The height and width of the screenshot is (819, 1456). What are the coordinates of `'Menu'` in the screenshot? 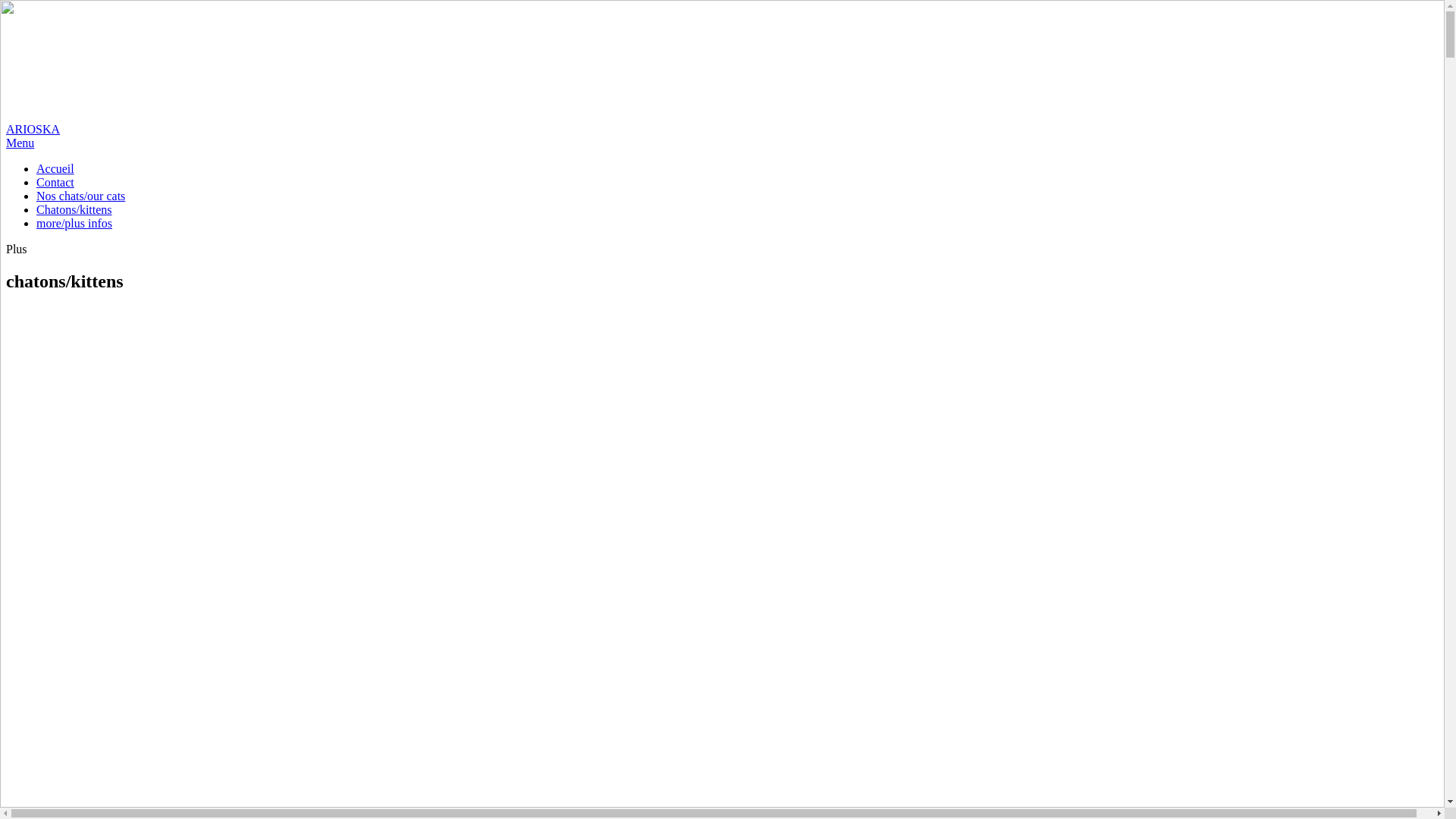 It's located at (6, 143).